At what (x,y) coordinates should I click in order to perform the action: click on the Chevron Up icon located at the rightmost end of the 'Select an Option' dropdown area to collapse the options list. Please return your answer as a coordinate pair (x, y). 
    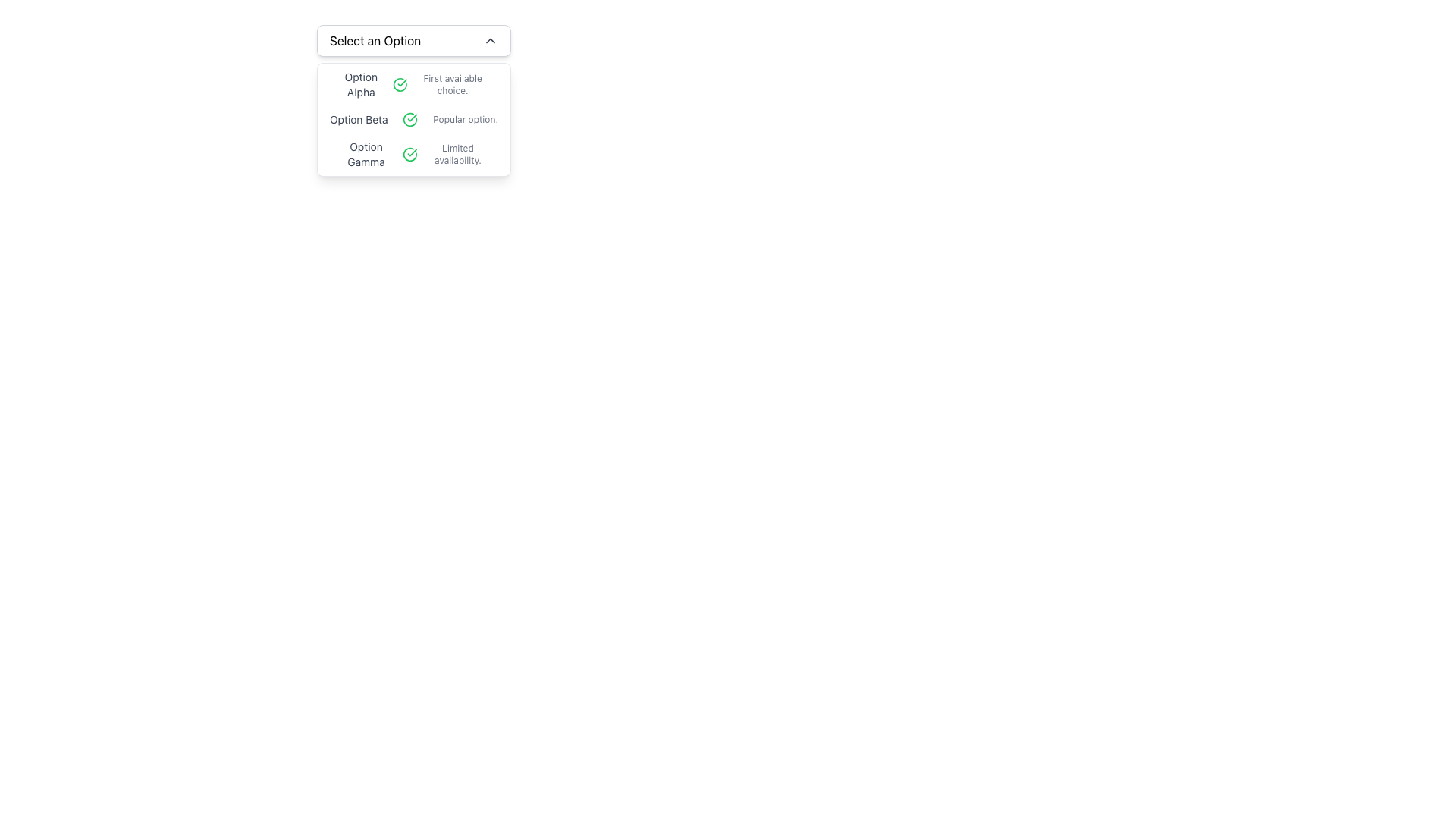
    Looking at the image, I should click on (491, 40).